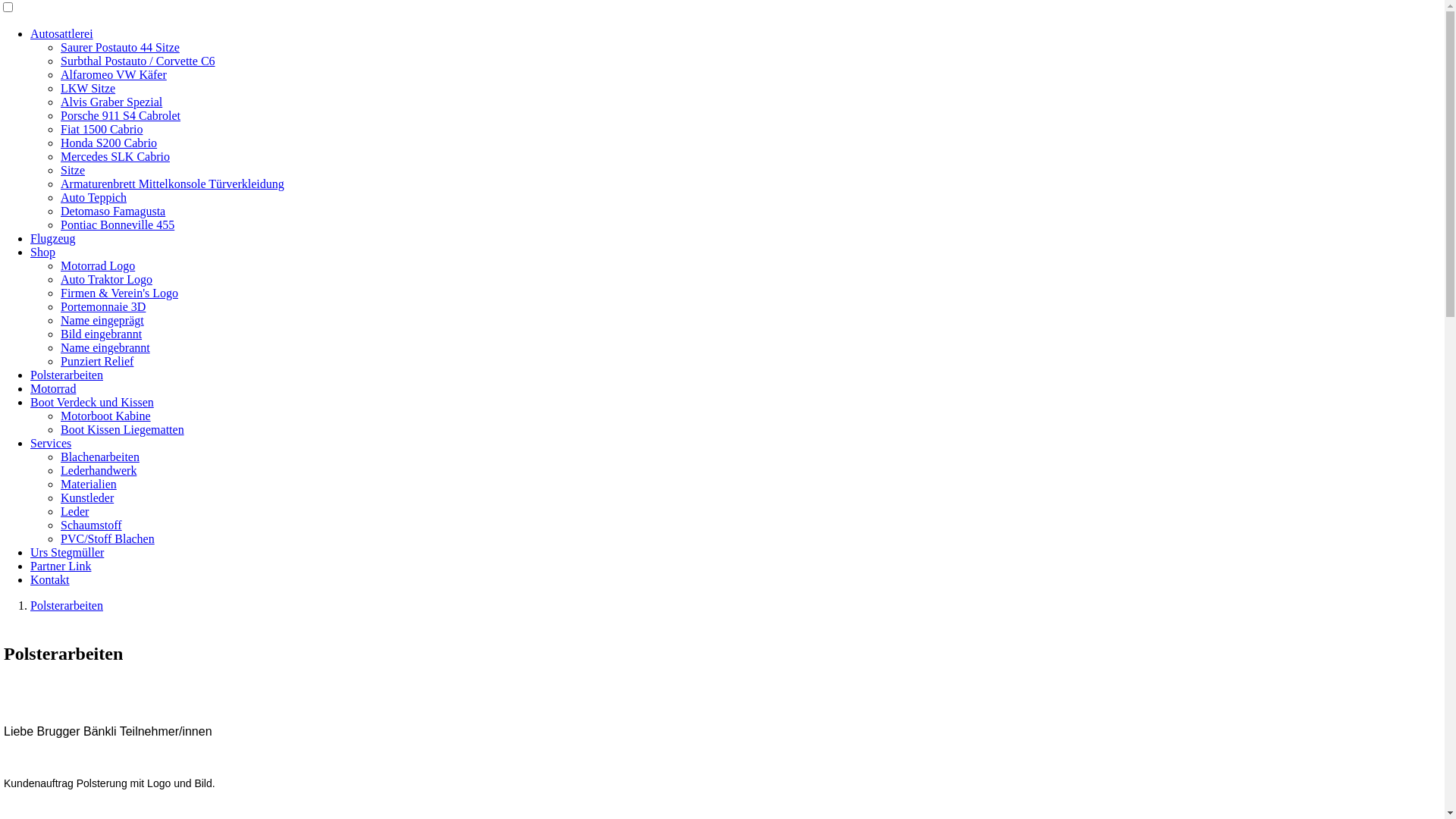 The height and width of the screenshot is (819, 1456). I want to click on 'Leder', so click(74, 511).